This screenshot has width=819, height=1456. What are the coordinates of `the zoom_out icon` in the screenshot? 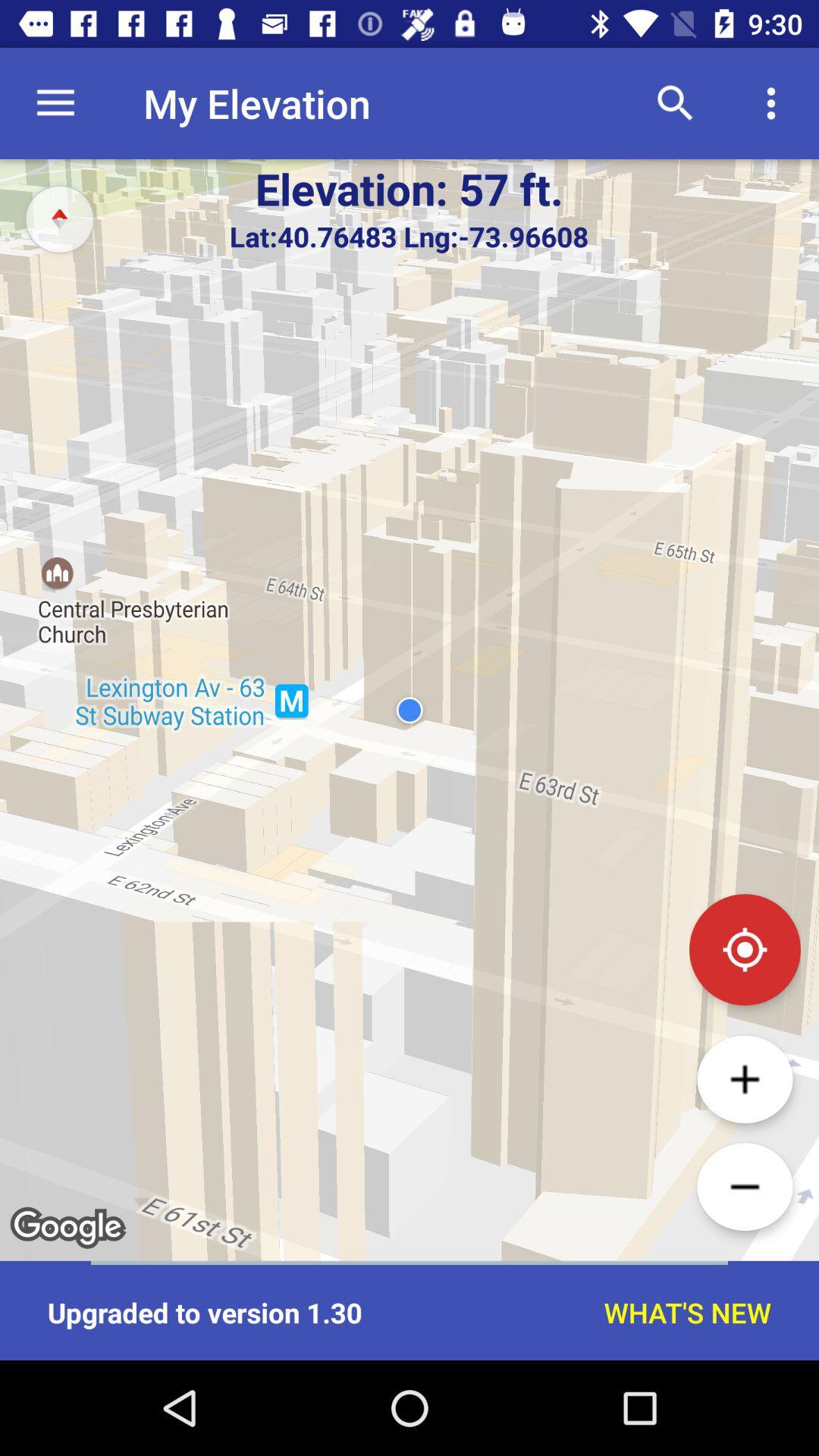 It's located at (744, 1186).